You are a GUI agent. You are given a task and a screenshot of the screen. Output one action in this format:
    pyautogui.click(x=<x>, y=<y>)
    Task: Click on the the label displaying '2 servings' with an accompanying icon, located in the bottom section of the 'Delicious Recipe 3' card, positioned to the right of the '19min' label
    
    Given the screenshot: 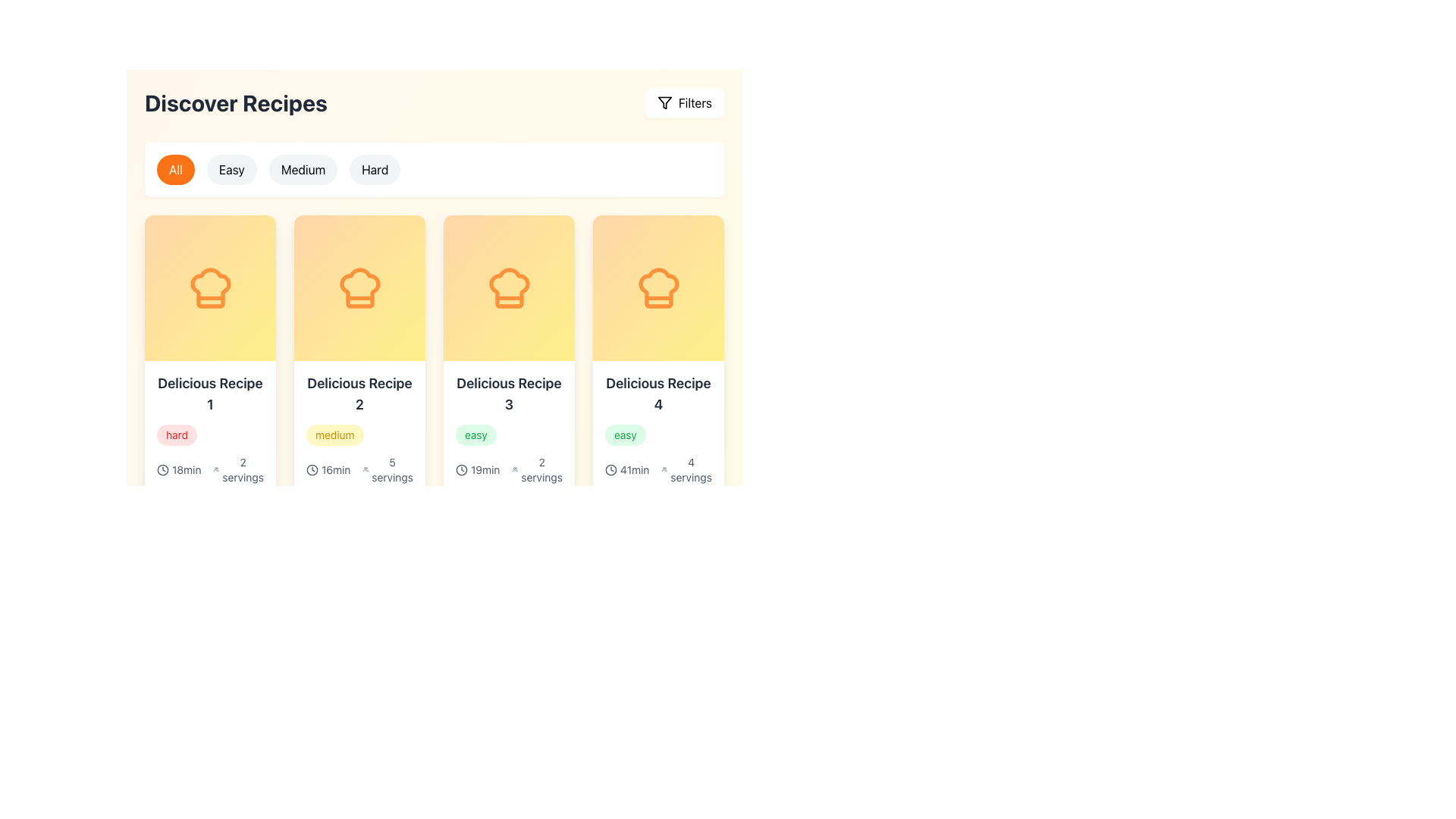 What is the action you would take?
    pyautogui.click(x=537, y=469)
    